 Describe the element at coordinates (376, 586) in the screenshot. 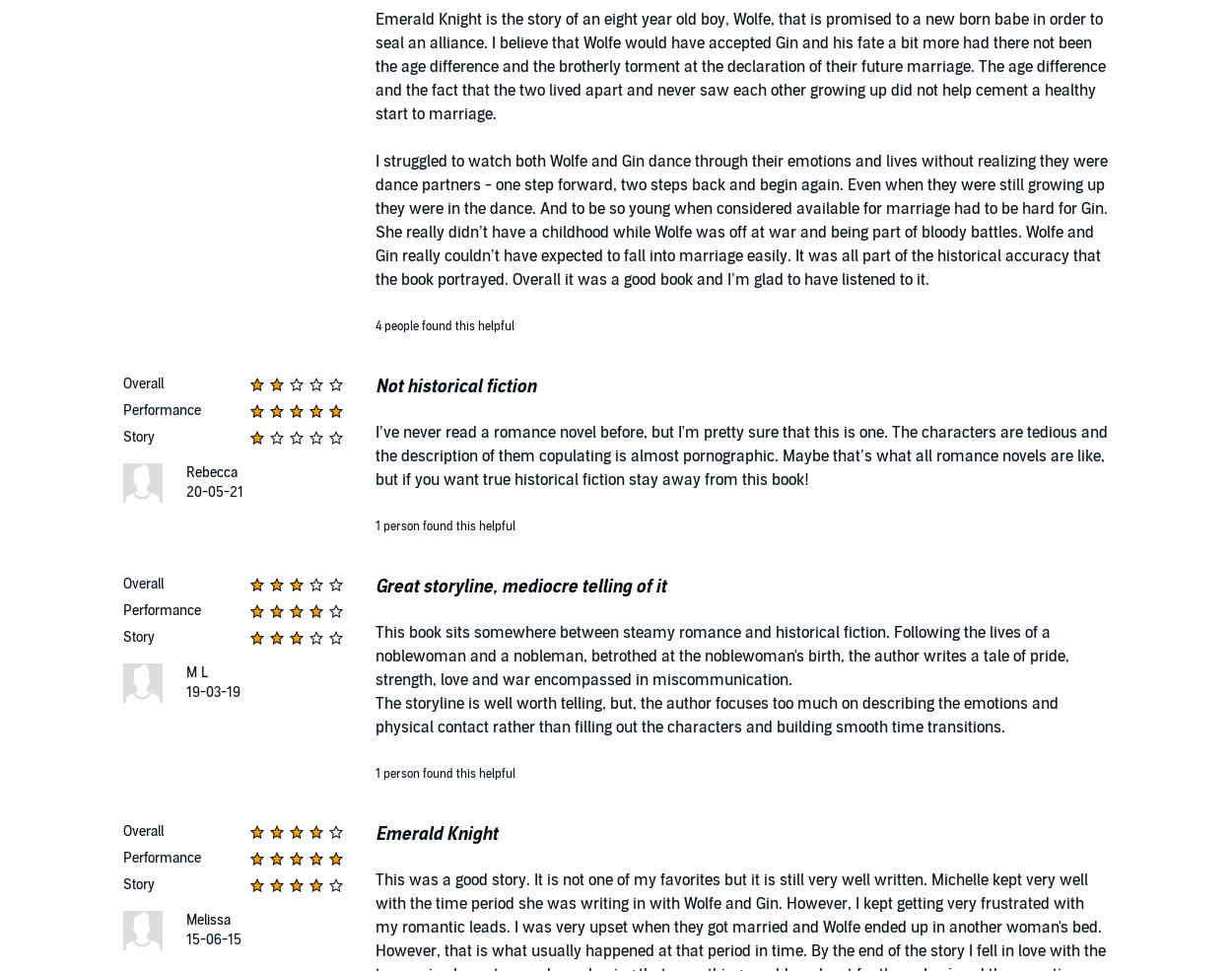

I see `'Great storyline, mediocre telling of it'` at that location.